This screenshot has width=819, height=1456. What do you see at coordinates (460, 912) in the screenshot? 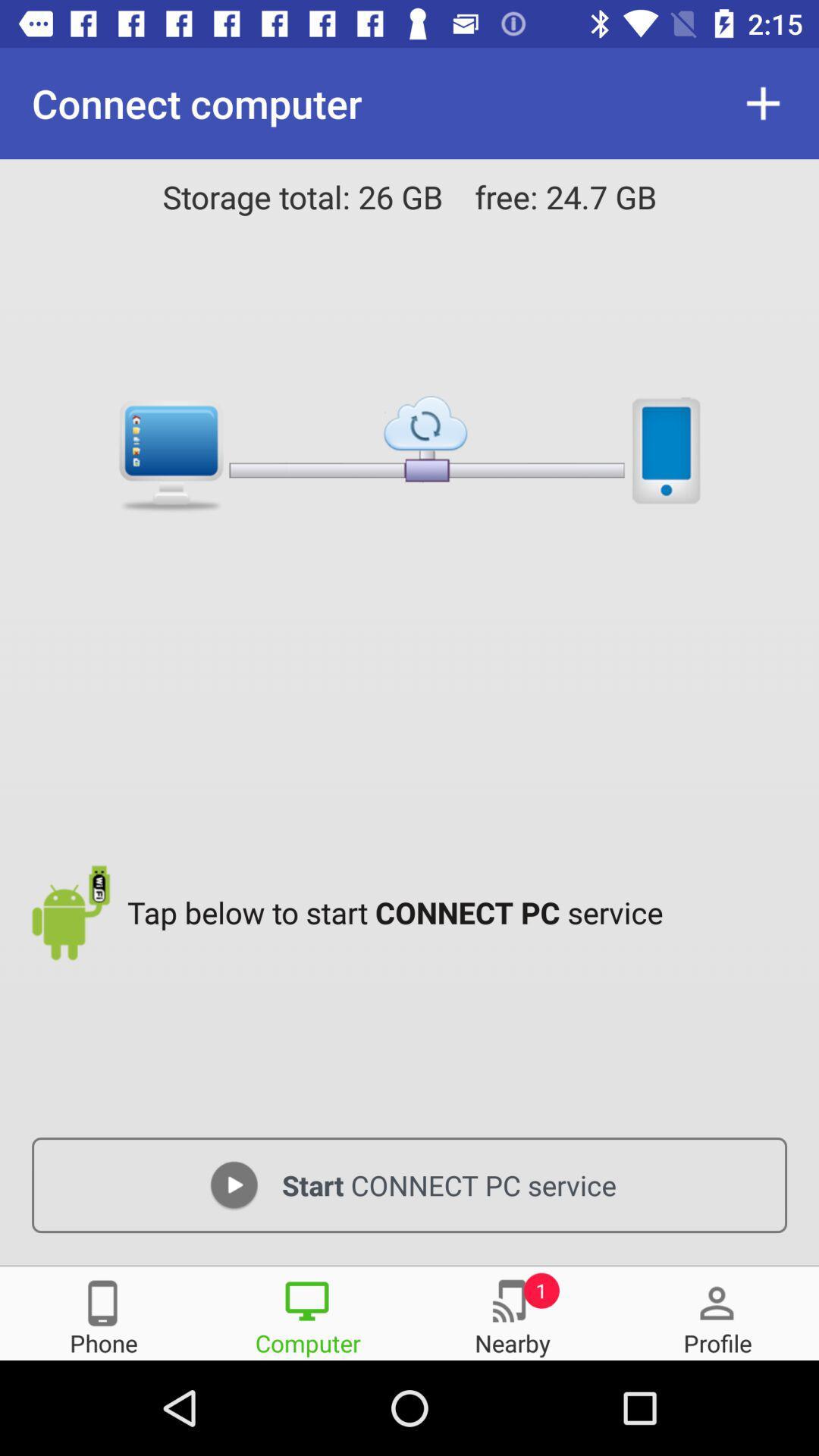
I see `tap below to item` at bounding box center [460, 912].